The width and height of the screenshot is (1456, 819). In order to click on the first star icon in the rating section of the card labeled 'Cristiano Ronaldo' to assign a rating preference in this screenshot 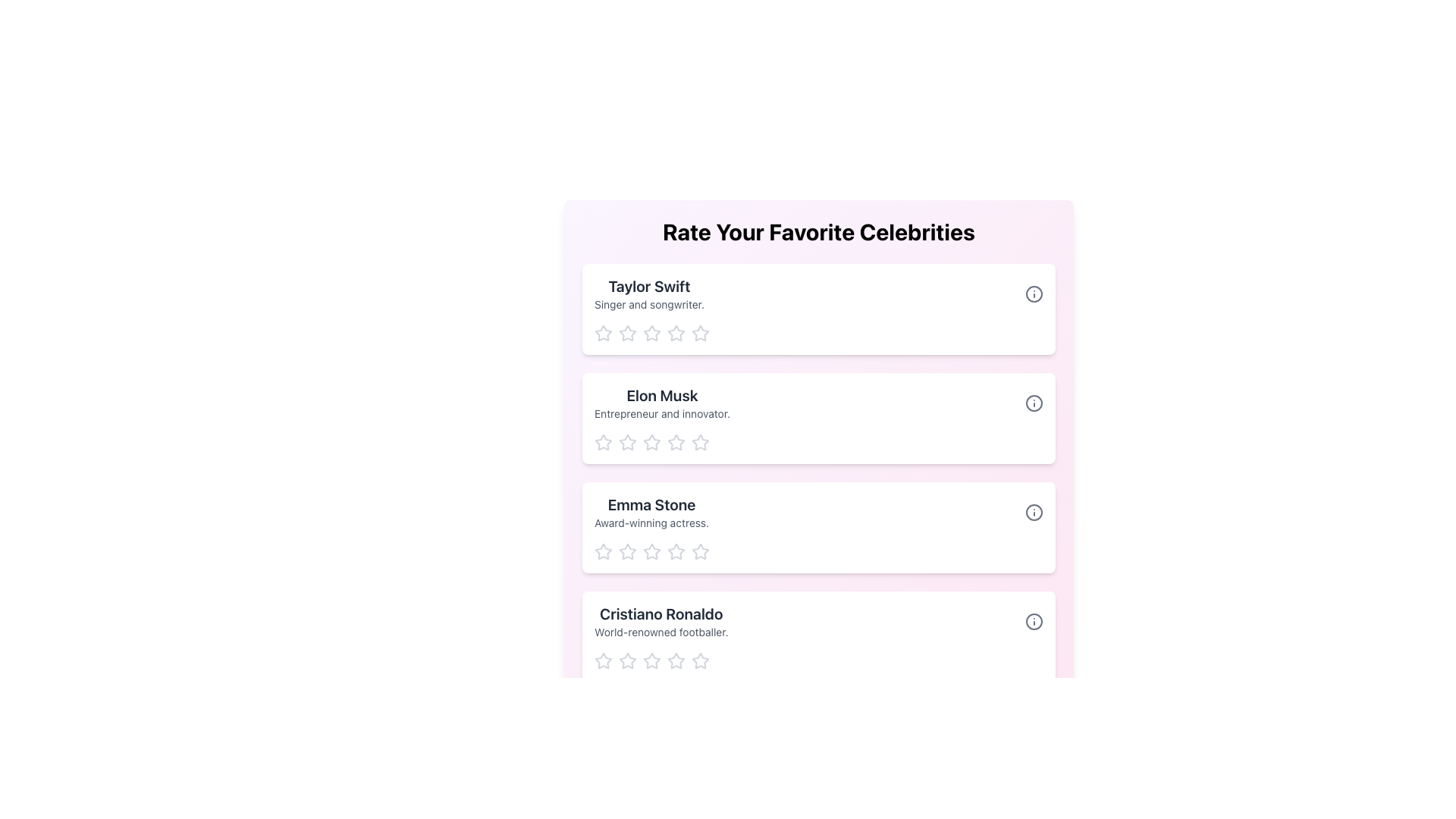, I will do `click(603, 660)`.